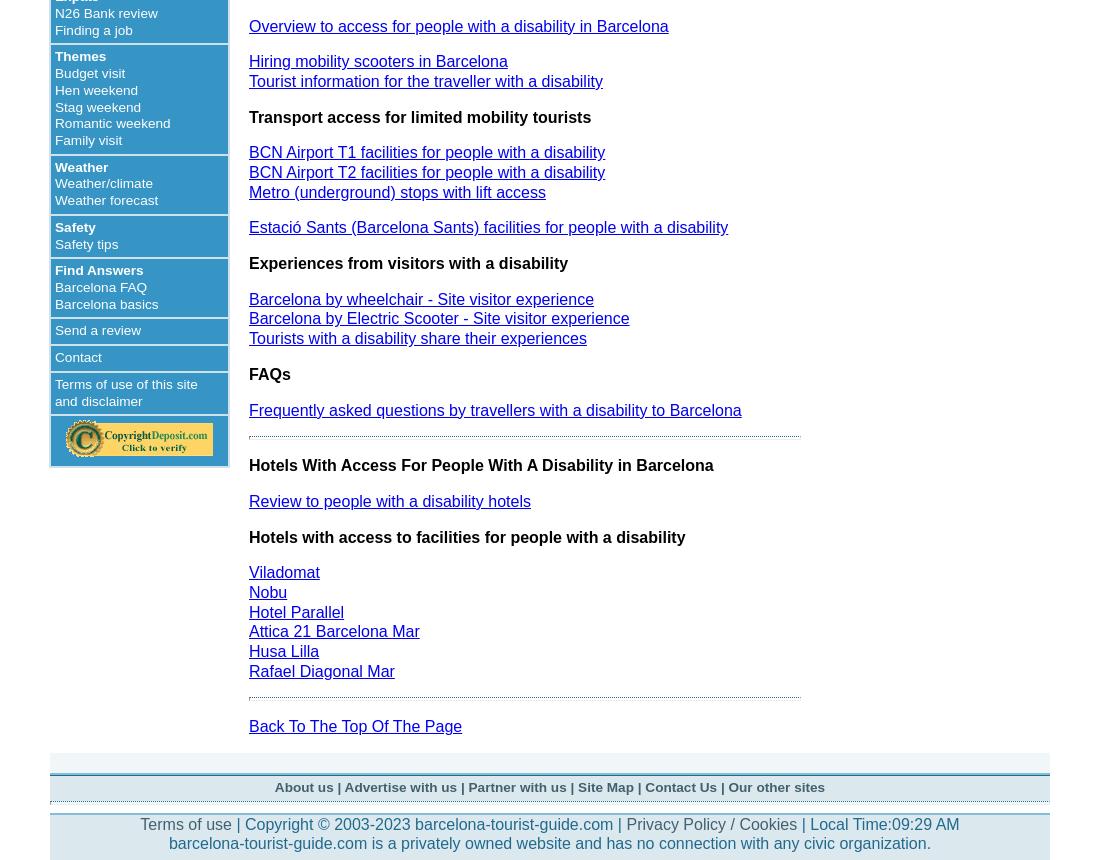 The image size is (1100, 860). What do you see at coordinates (81, 165) in the screenshot?
I see `'Weather'` at bounding box center [81, 165].